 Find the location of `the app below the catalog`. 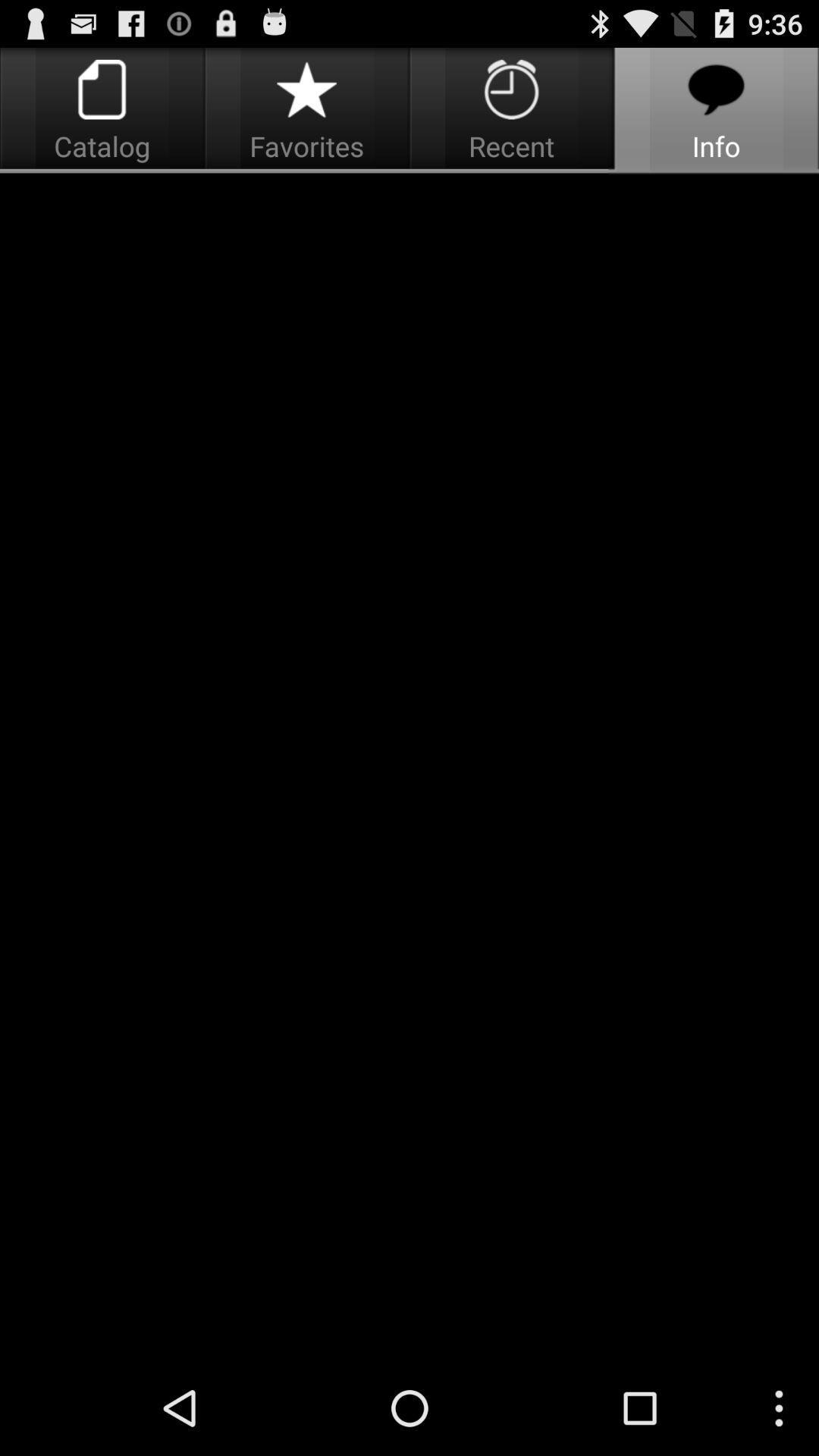

the app below the catalog is located at coordinates (409, 767).